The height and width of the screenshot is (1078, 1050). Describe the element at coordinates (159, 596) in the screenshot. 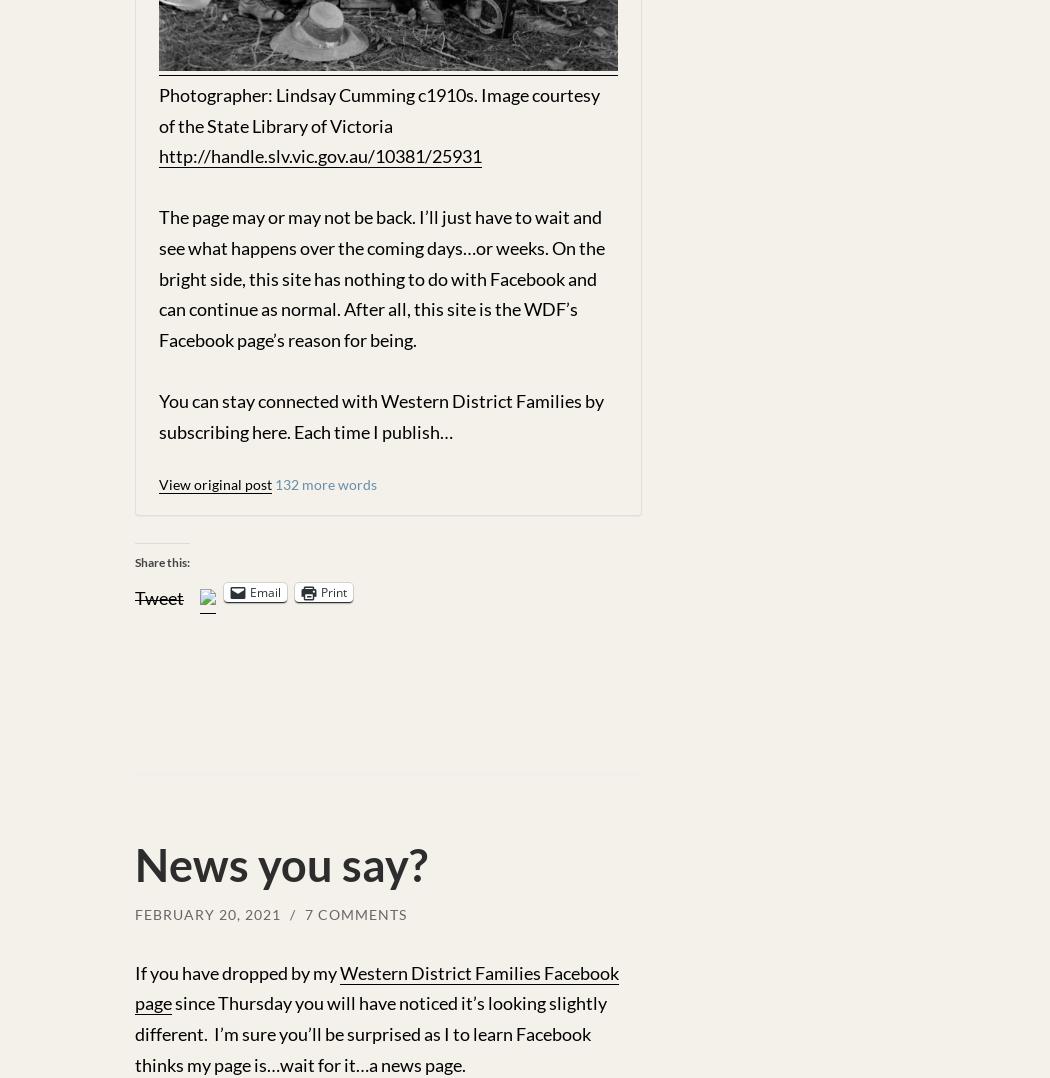

I see `'Tweet'` at that location.